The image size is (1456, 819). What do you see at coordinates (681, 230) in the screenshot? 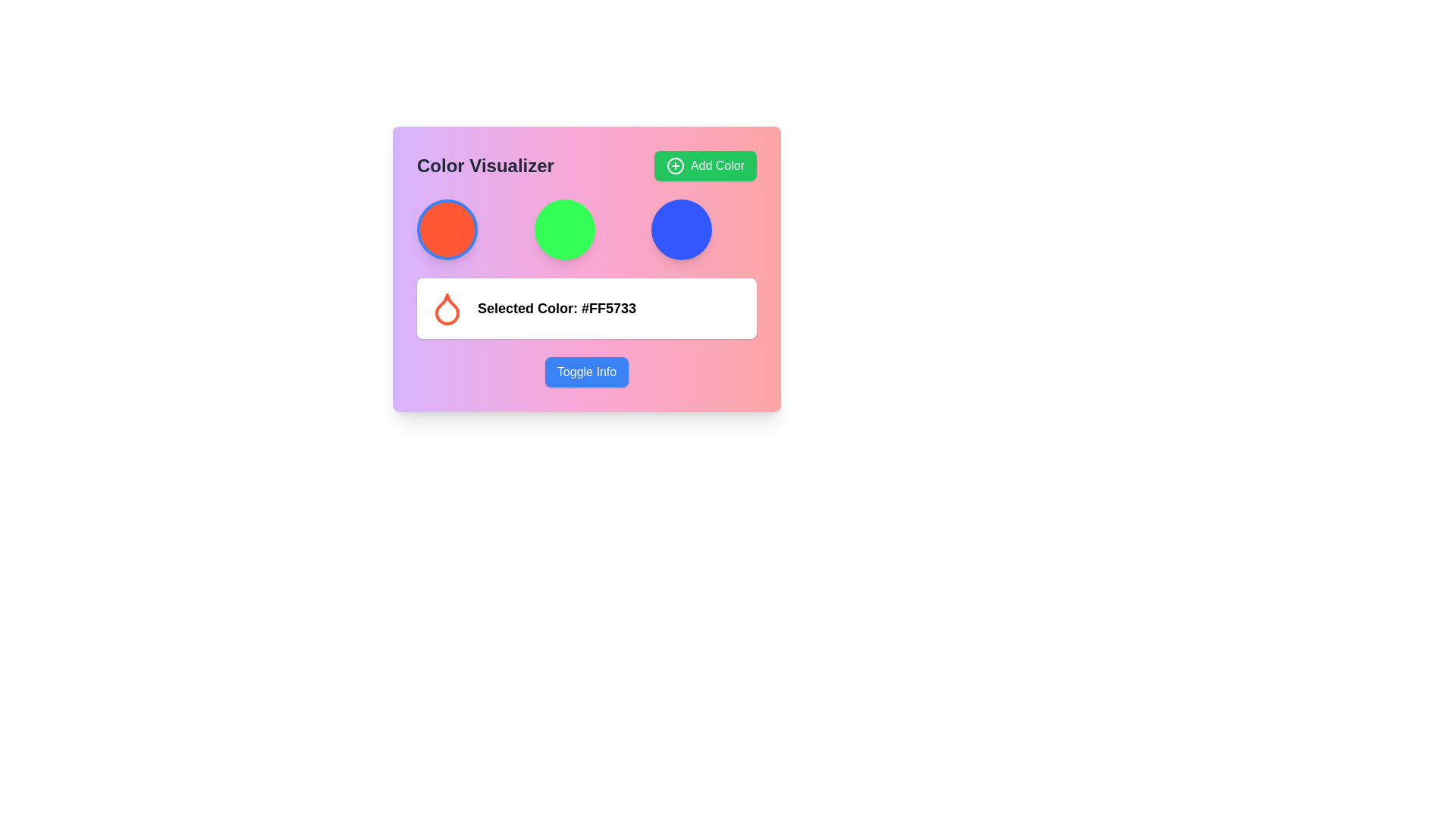
I see `the selectable circular color option button, which is the third item in a row of three circles, to trigger visual effects` at bounding box center [681, 230].